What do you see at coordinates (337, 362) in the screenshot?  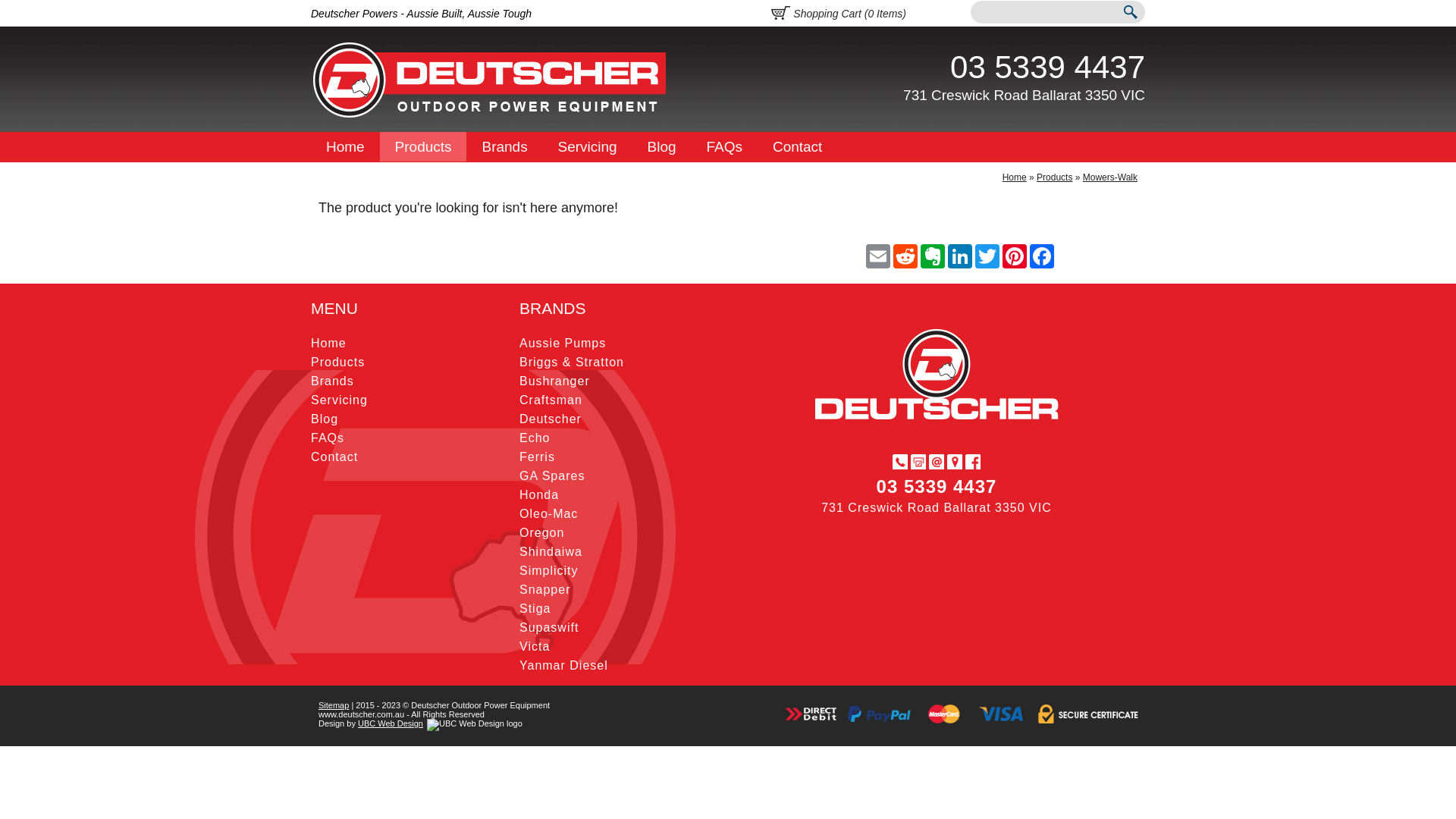 I see `'Products'` at bounding box center [337, 362].